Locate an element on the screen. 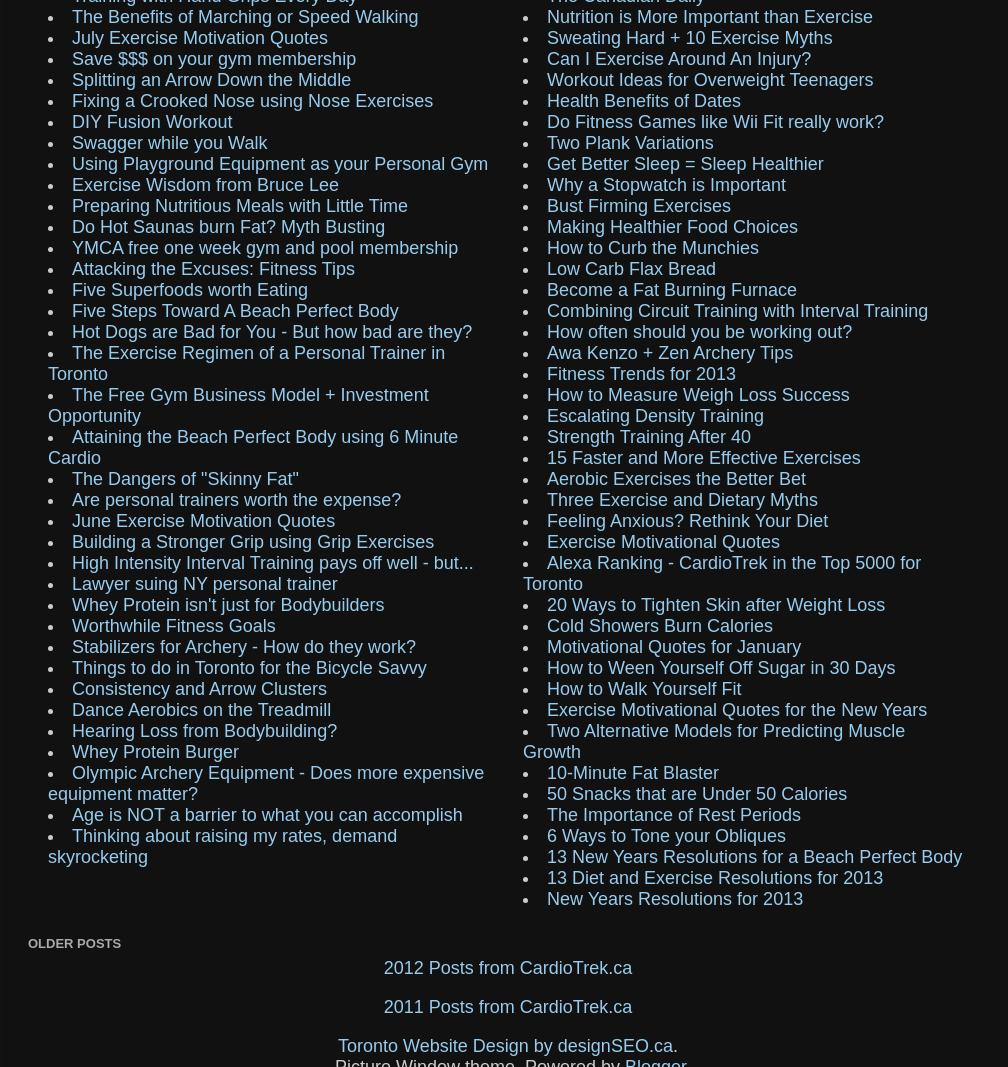  'Swagger while you Walk' is located at coordinates (169, 141).